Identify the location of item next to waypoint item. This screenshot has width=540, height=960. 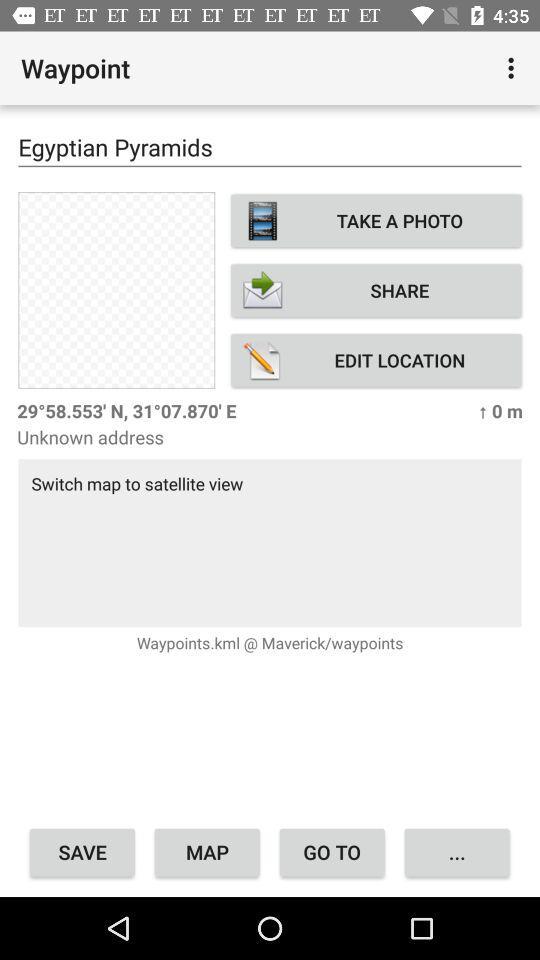
(513, 68).